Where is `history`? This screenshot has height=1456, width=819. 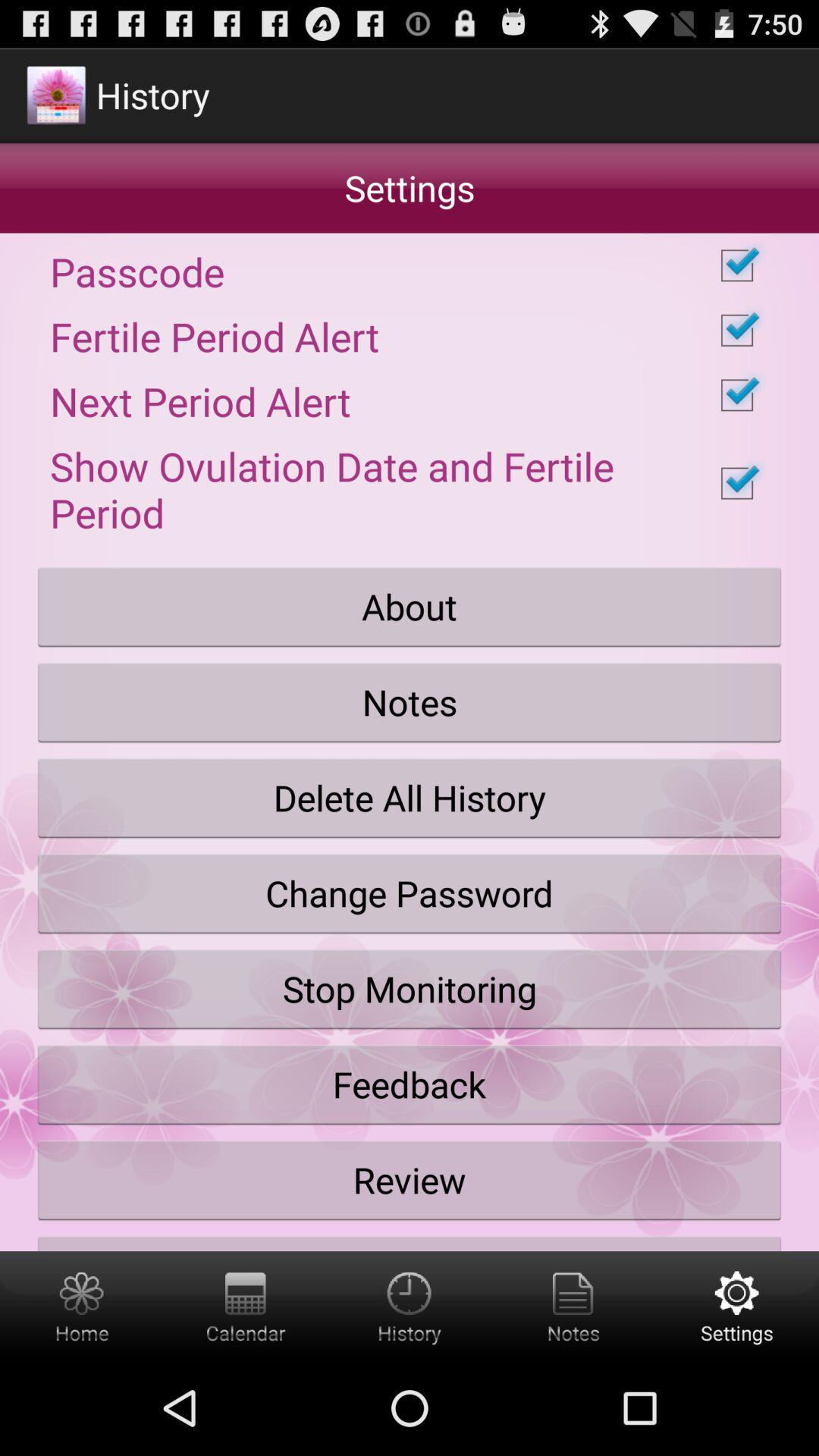
history is located at coordinates (409, 1305).